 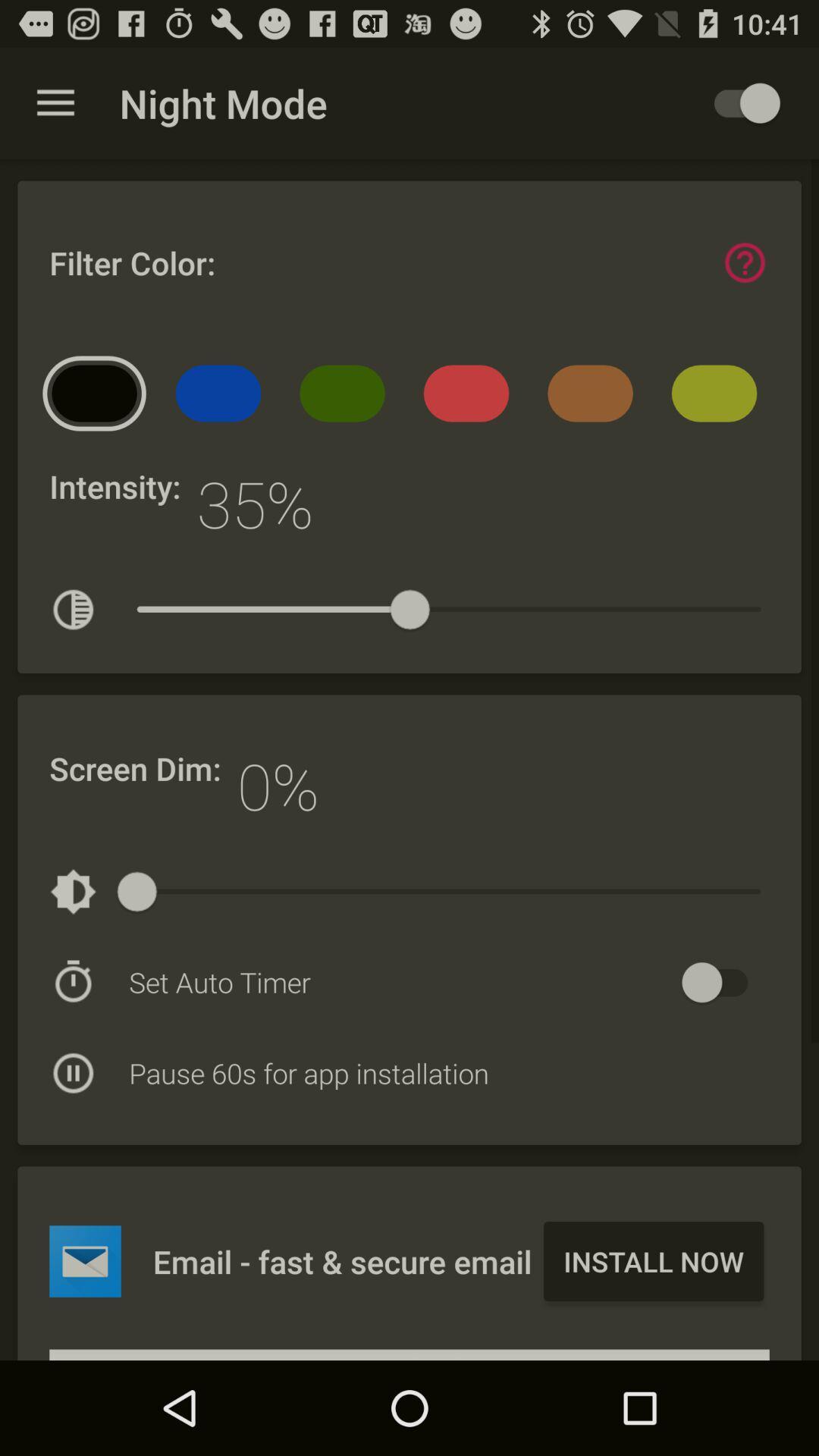 I want to click on switch night modo option, so click(x=739, y=102).